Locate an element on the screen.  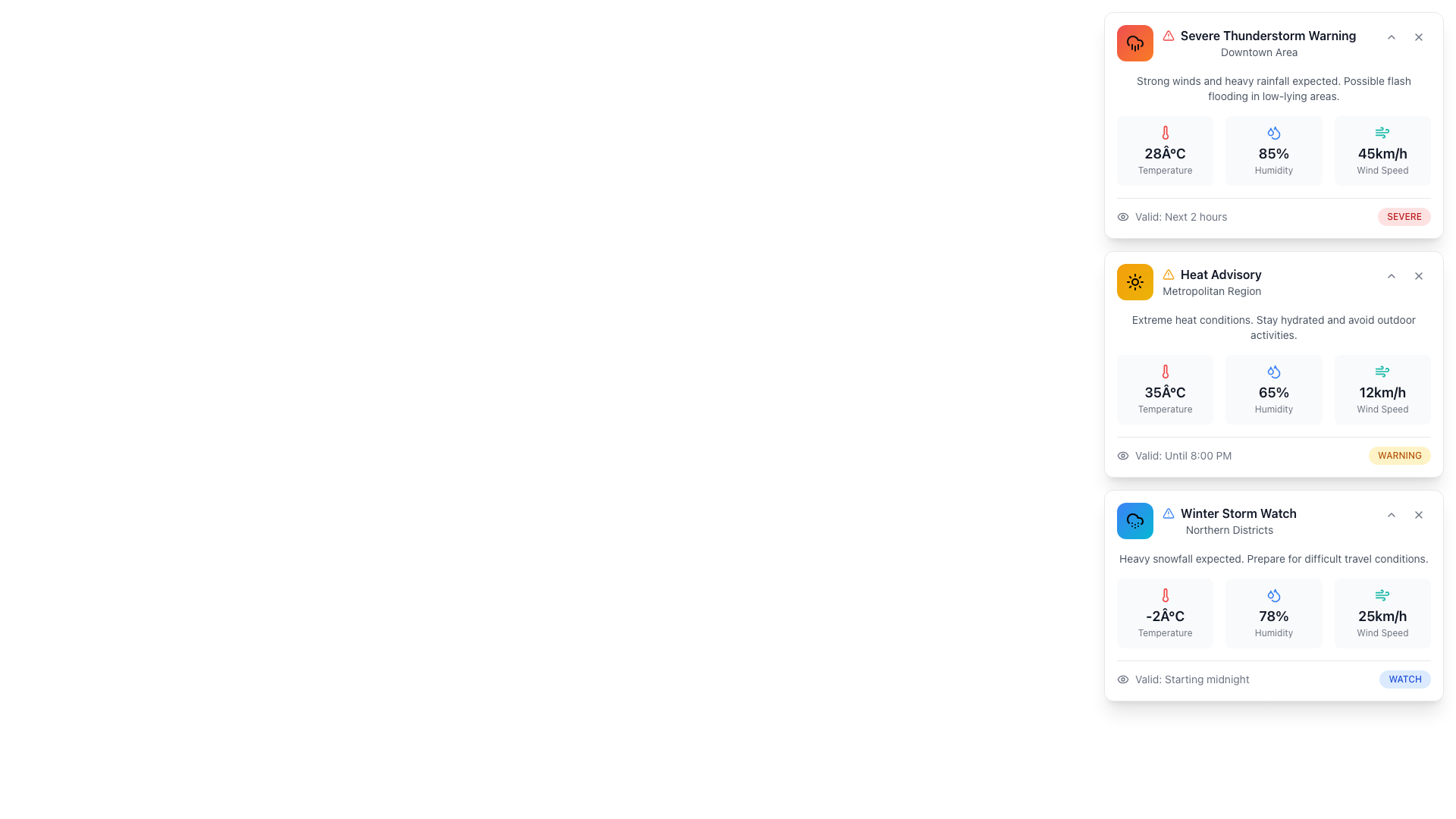
the visibility icon located in the footer section of the 'Severe Thunderstorm Warning' card, which is positioned to the left of the text 'Valid: Next 2 hours' is located at coordinates (1123, 216).